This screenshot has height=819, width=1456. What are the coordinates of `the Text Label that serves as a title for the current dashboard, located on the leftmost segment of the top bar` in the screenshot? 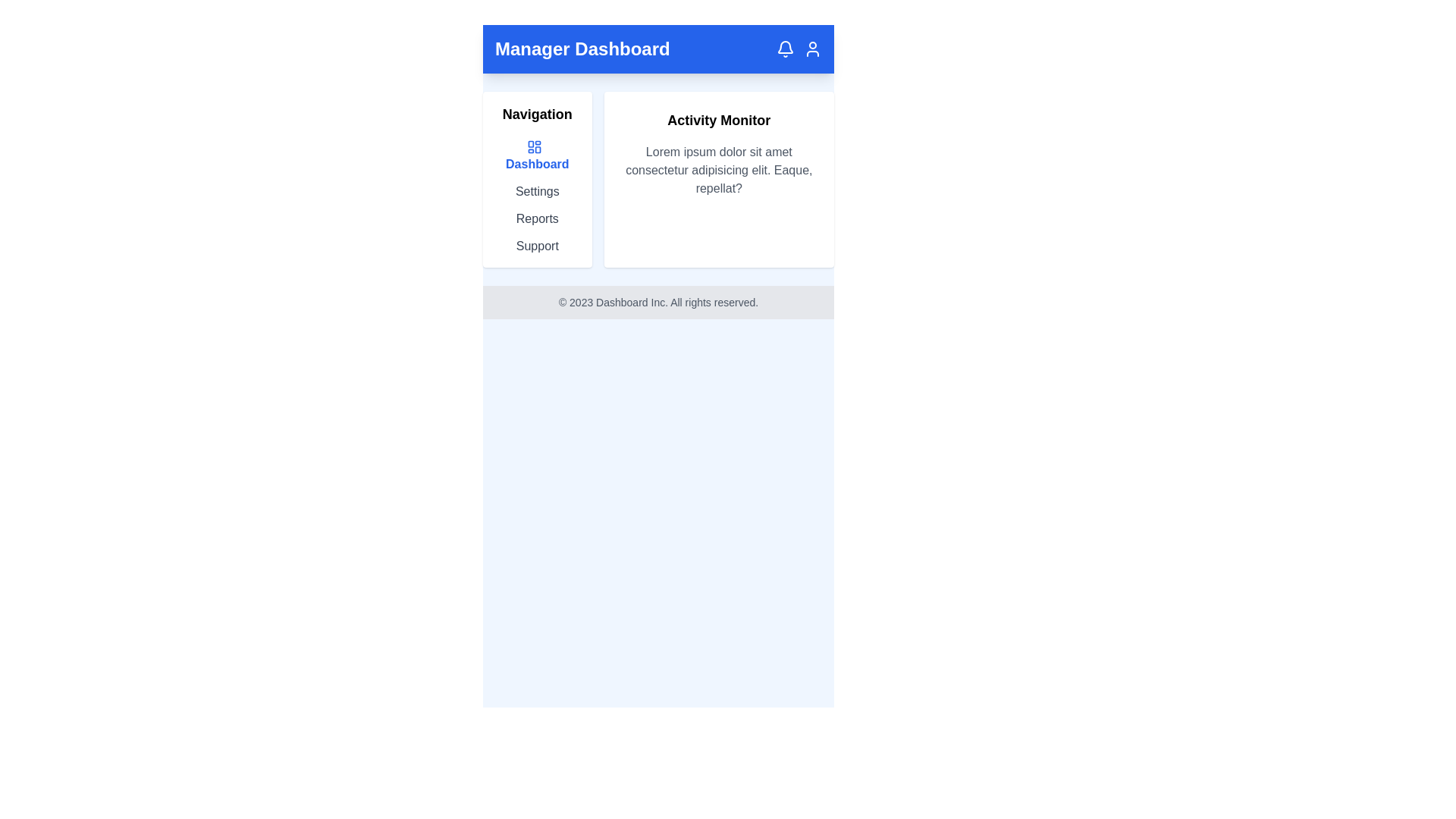 It's located at (582, 49).